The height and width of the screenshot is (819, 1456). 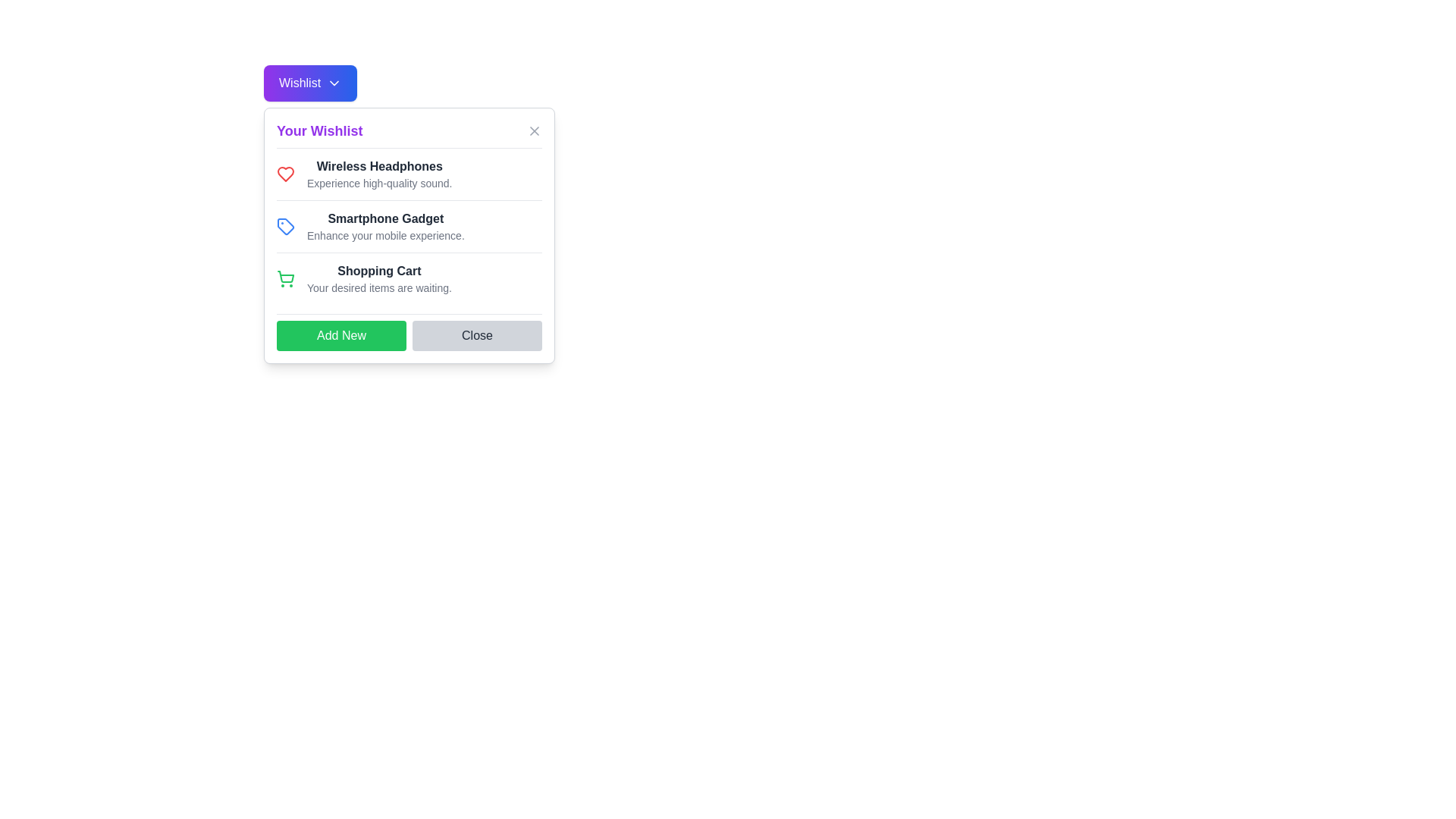 I want to click on the List item element titled 'Smartphone Gadget' with the description 'Enhance your mobile experience.' positioned under 'Your Wishlist', so click(x=385, y=227).